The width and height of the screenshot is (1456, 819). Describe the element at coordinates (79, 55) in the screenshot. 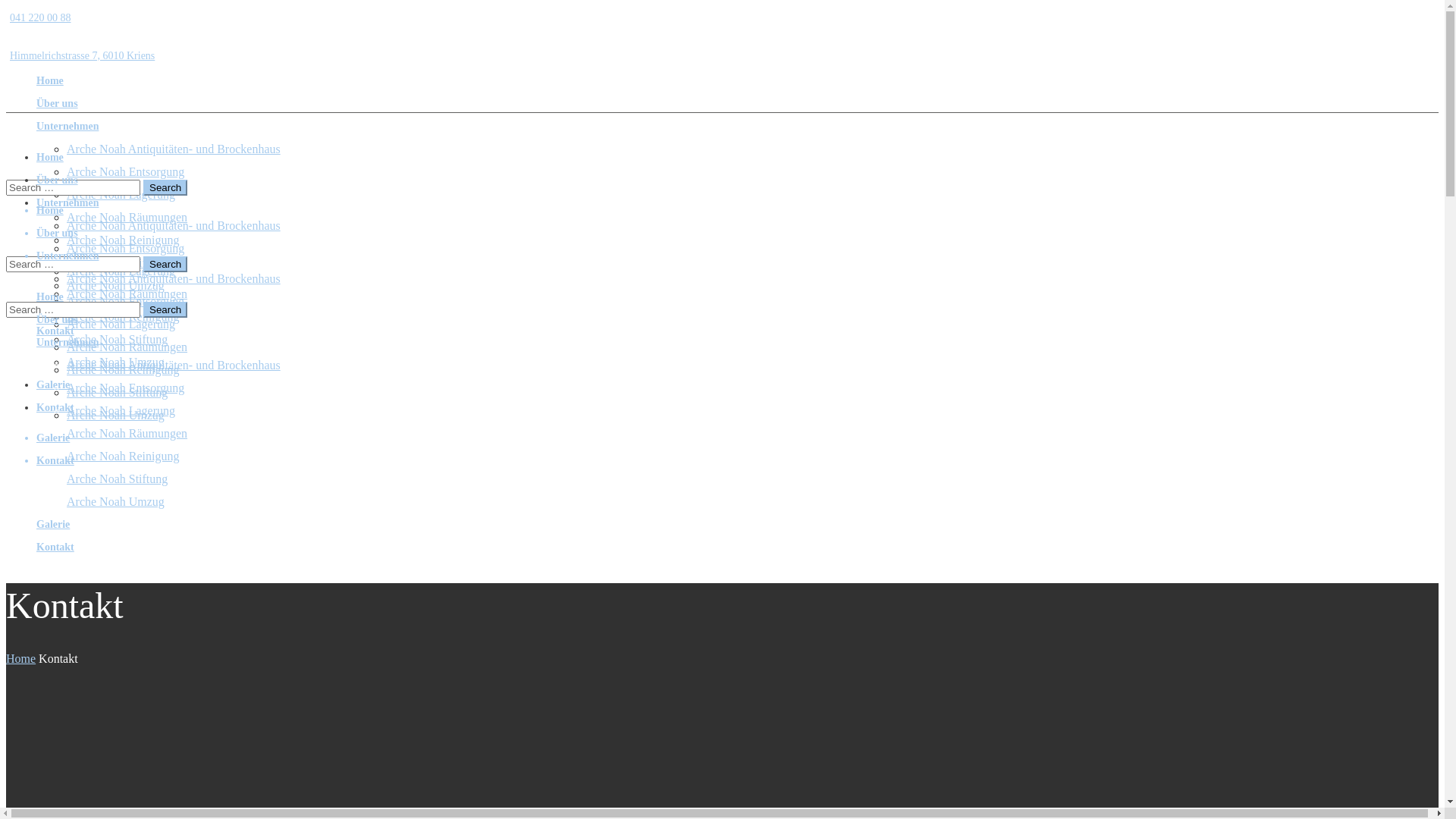

I see `'Himmelrichstrasse 7, 6010 Kriens'` at that location.